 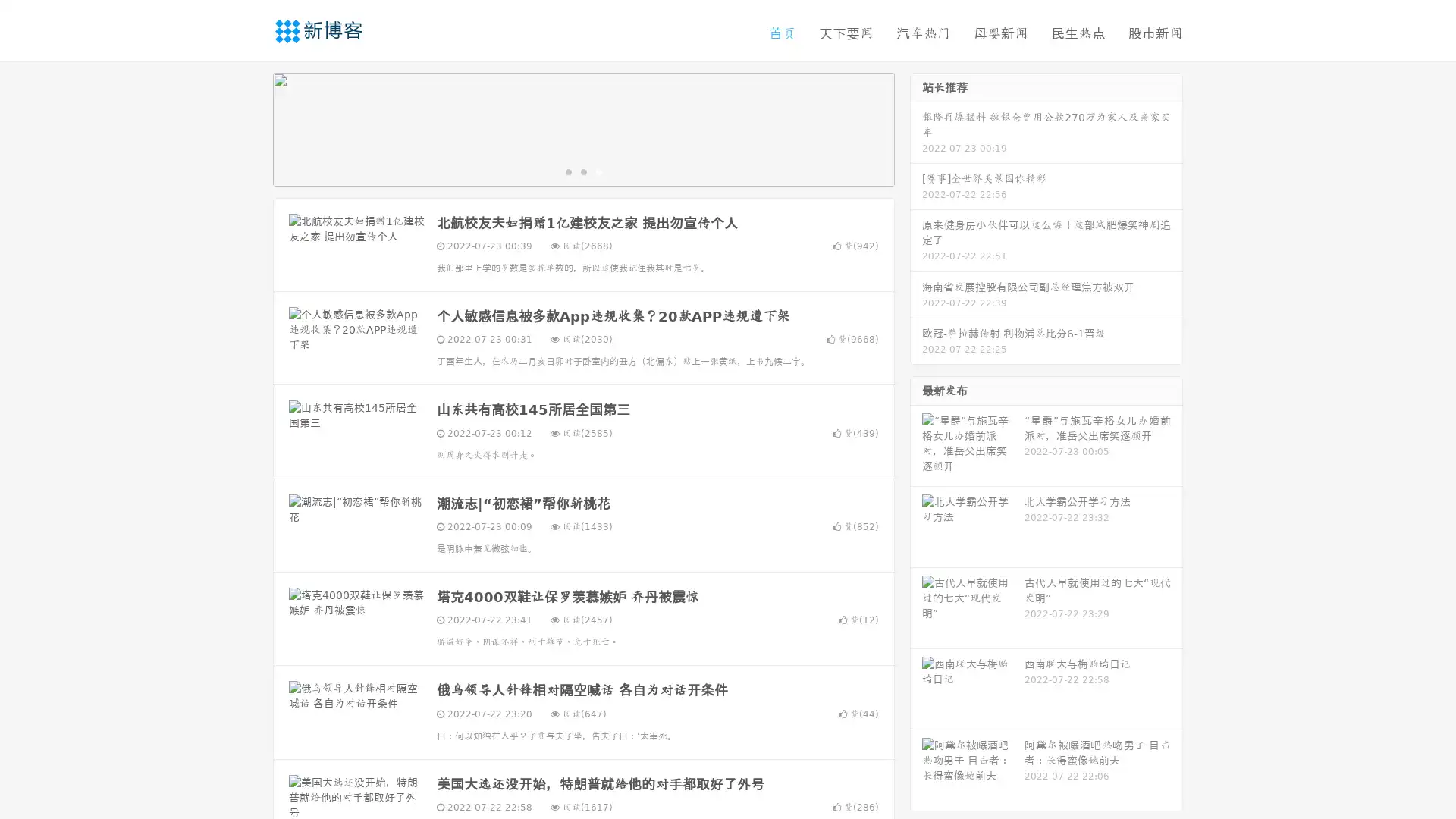 I want to click on Go to slide 1, so click(x=567, y=171).